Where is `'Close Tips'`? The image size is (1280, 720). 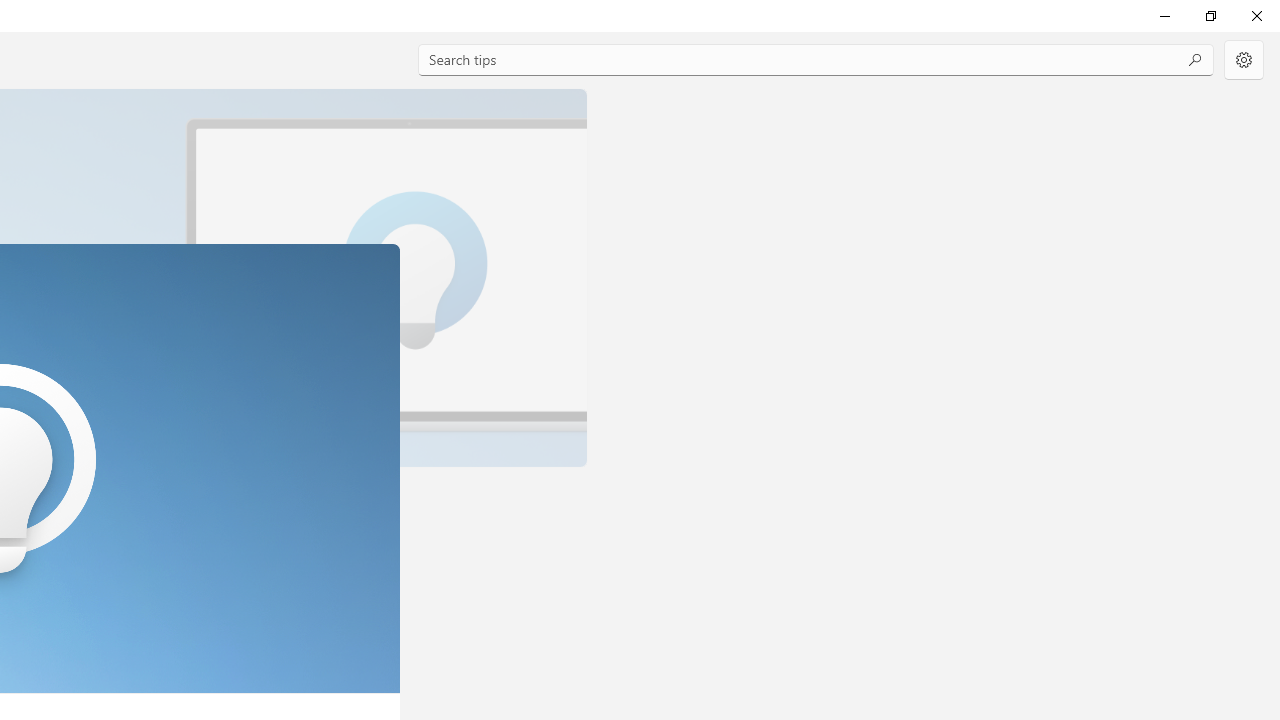 'Close Tips' is located at coordinates (1255, 15).